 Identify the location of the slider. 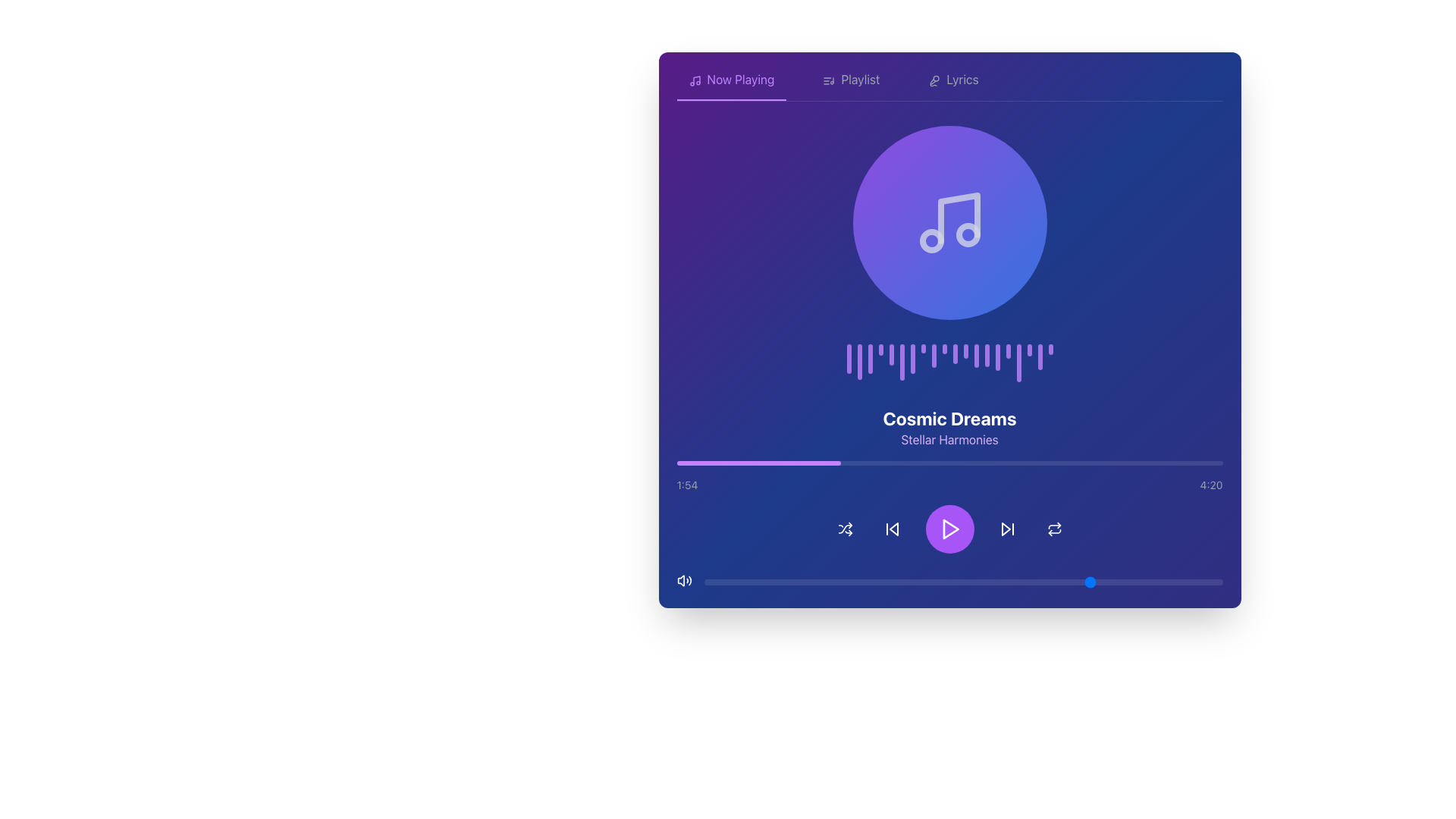
(833, 581).